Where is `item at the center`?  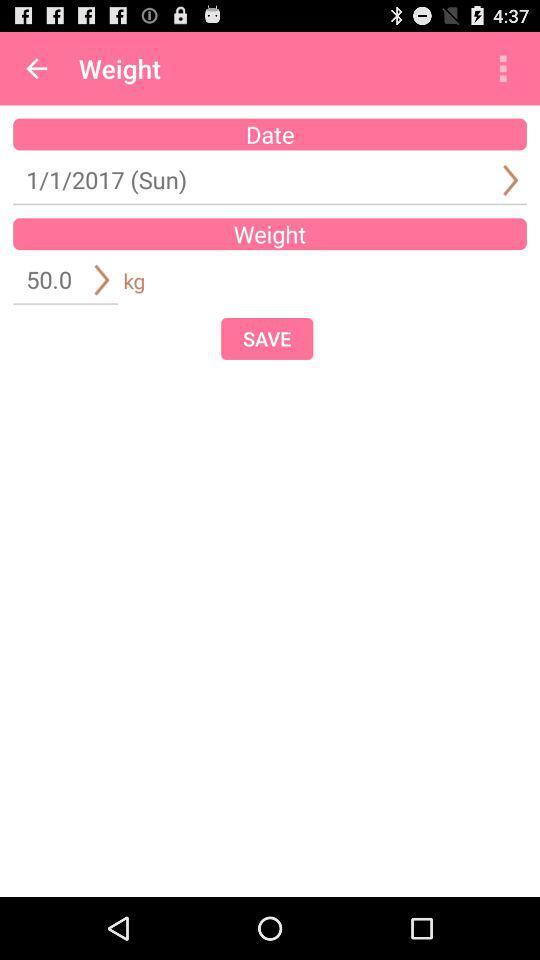
item at the center is located at coordinates (267, 338).